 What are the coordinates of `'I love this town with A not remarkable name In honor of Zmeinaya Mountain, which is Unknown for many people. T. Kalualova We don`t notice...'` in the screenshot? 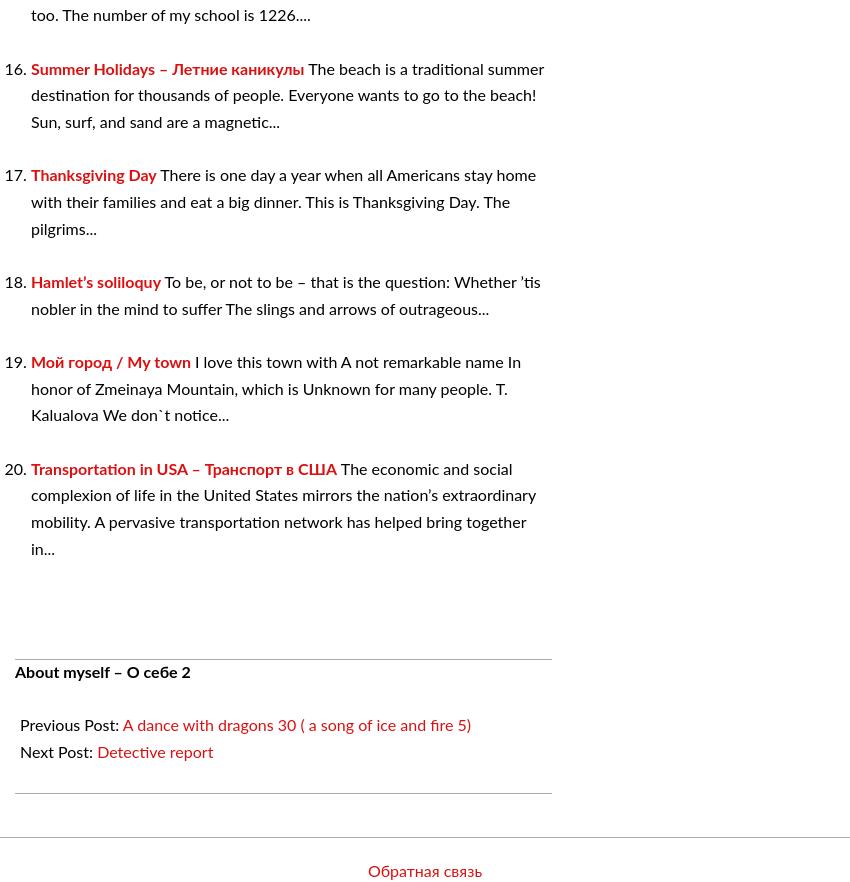 It's located at (30, 388).